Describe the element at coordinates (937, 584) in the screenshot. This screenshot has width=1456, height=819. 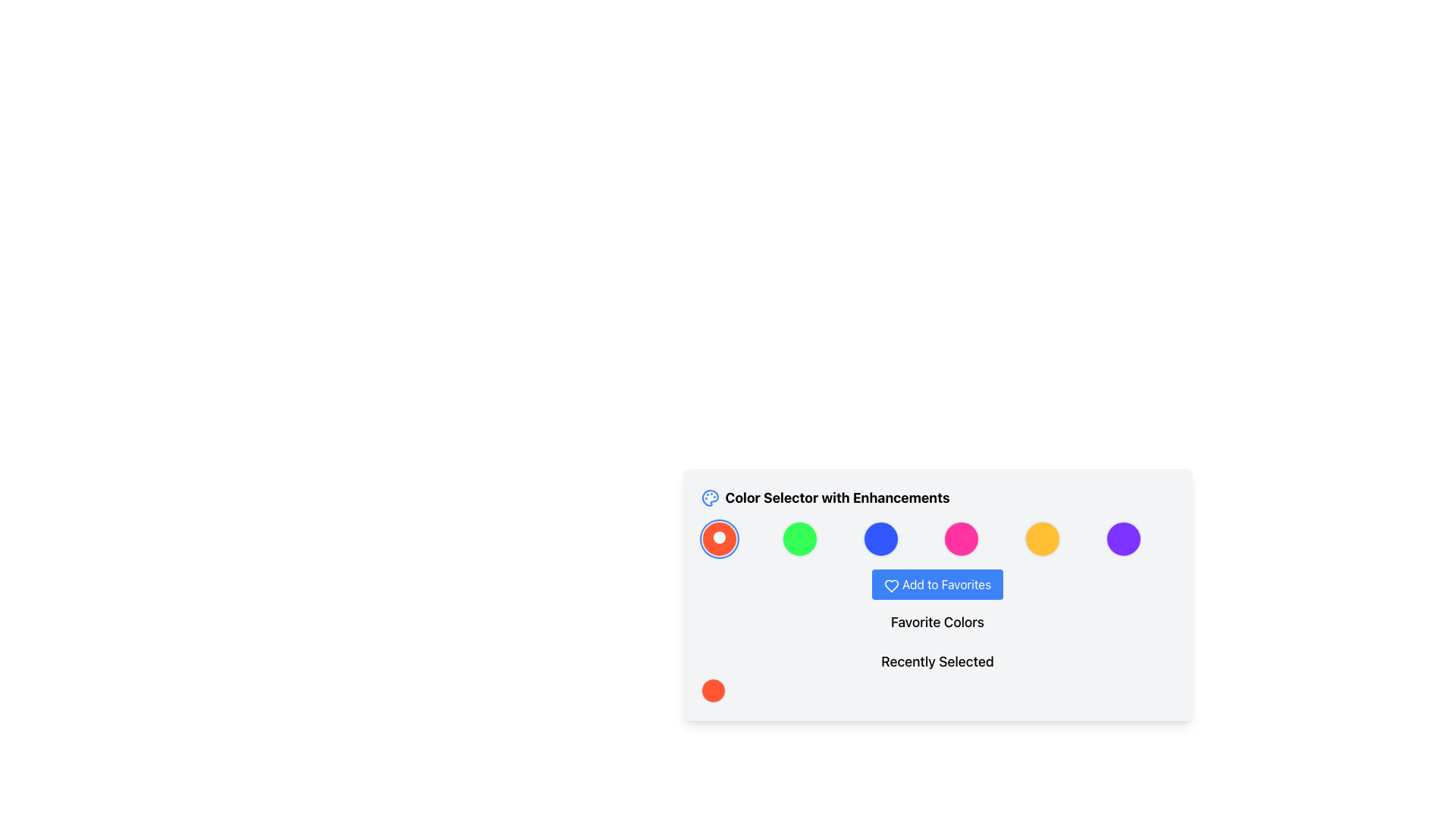
I see `the button that allows users` at that location.